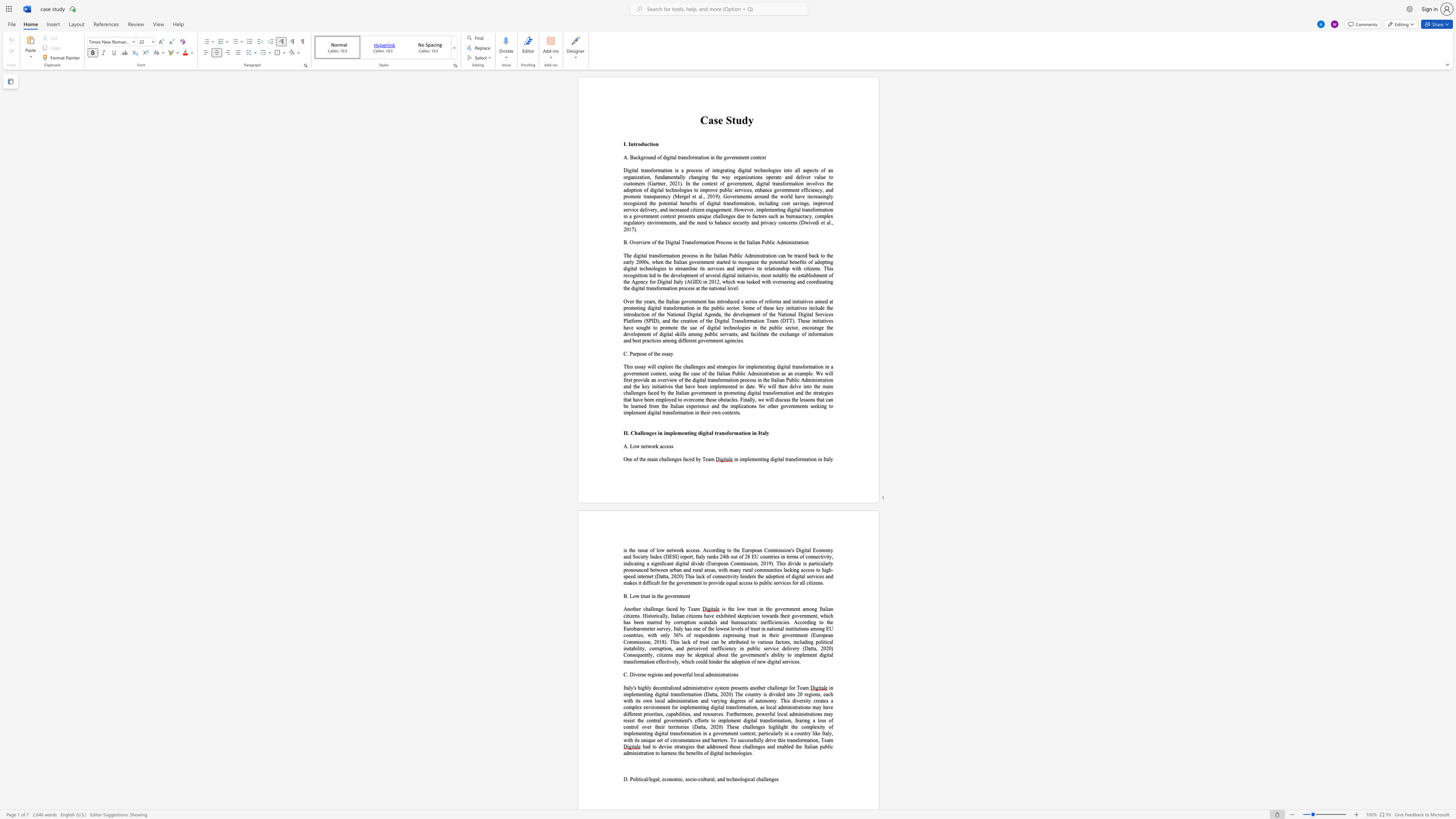 This screenshot has width=1456, height=819. Describe the element at coordinates (753, 622) in the screenshot. I see `the subset text "ic inefficiencies. According to the Eurobarometer survey, Italy has one of the lowest l" within the text "skepticism towards their government, which has been marred by corruption scandals and bureaucratic inefficiencies. According to the Eurobarometer survey, Italy has one of the lowest levels of trust in national institutions among EU countries, with only 36% of respondents expressing trust in their government (European Commission, 2018). This lack of trust can be at"` at that location.